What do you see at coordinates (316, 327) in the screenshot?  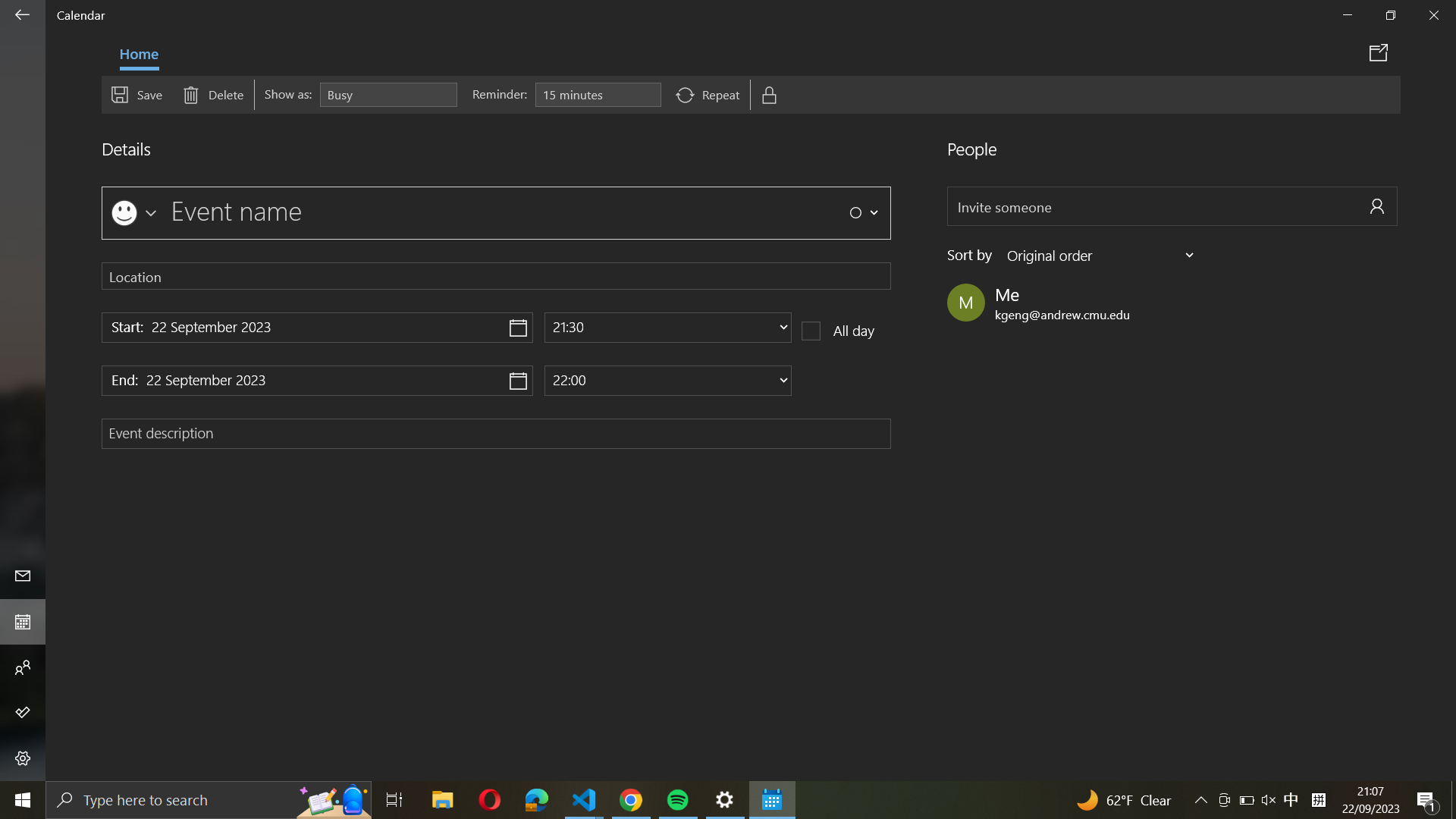 I see `the start date to "31 December 2021` at bounding box center [316, 327].